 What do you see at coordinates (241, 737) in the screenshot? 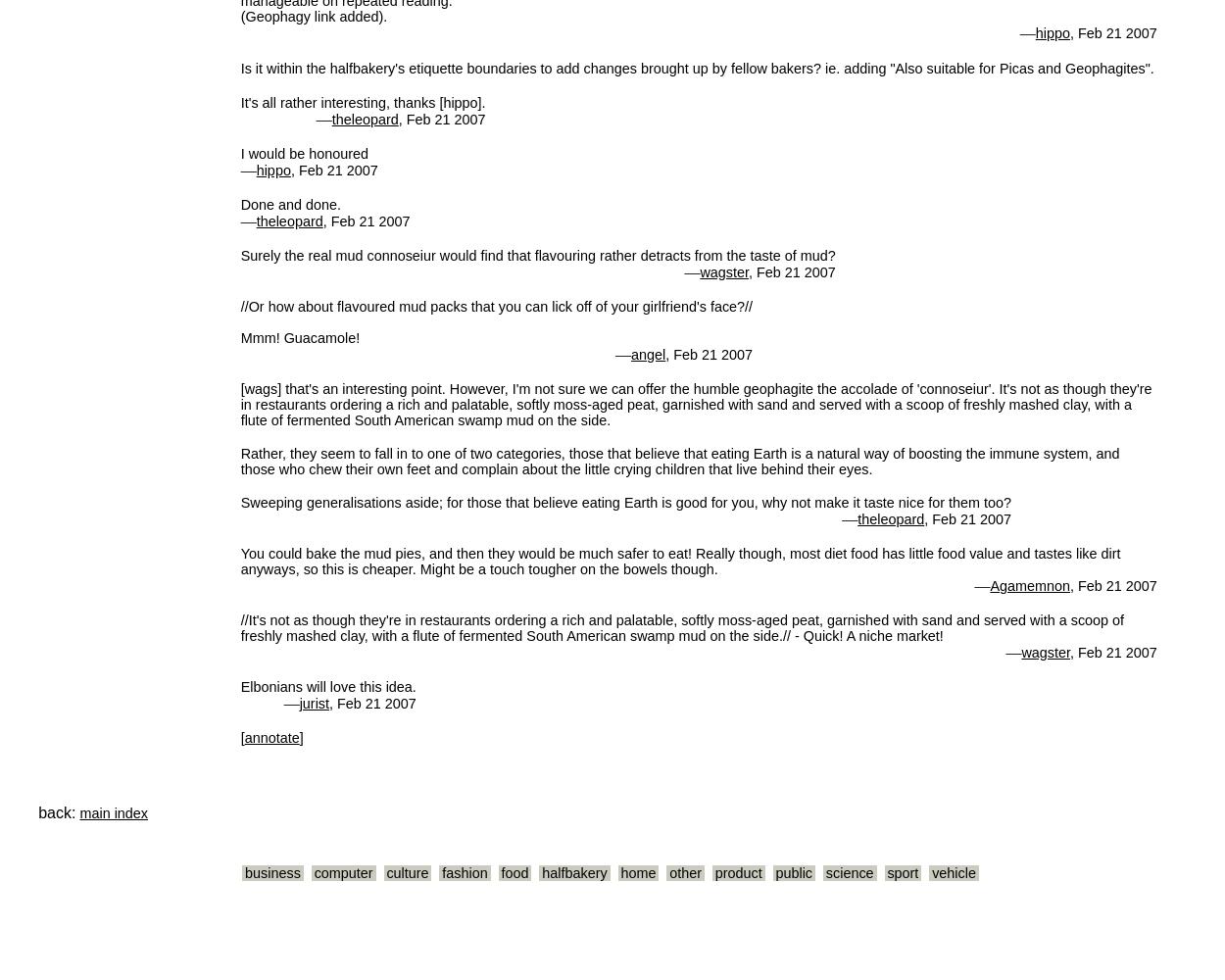
I see `'['` at bounding box center [241, 737].